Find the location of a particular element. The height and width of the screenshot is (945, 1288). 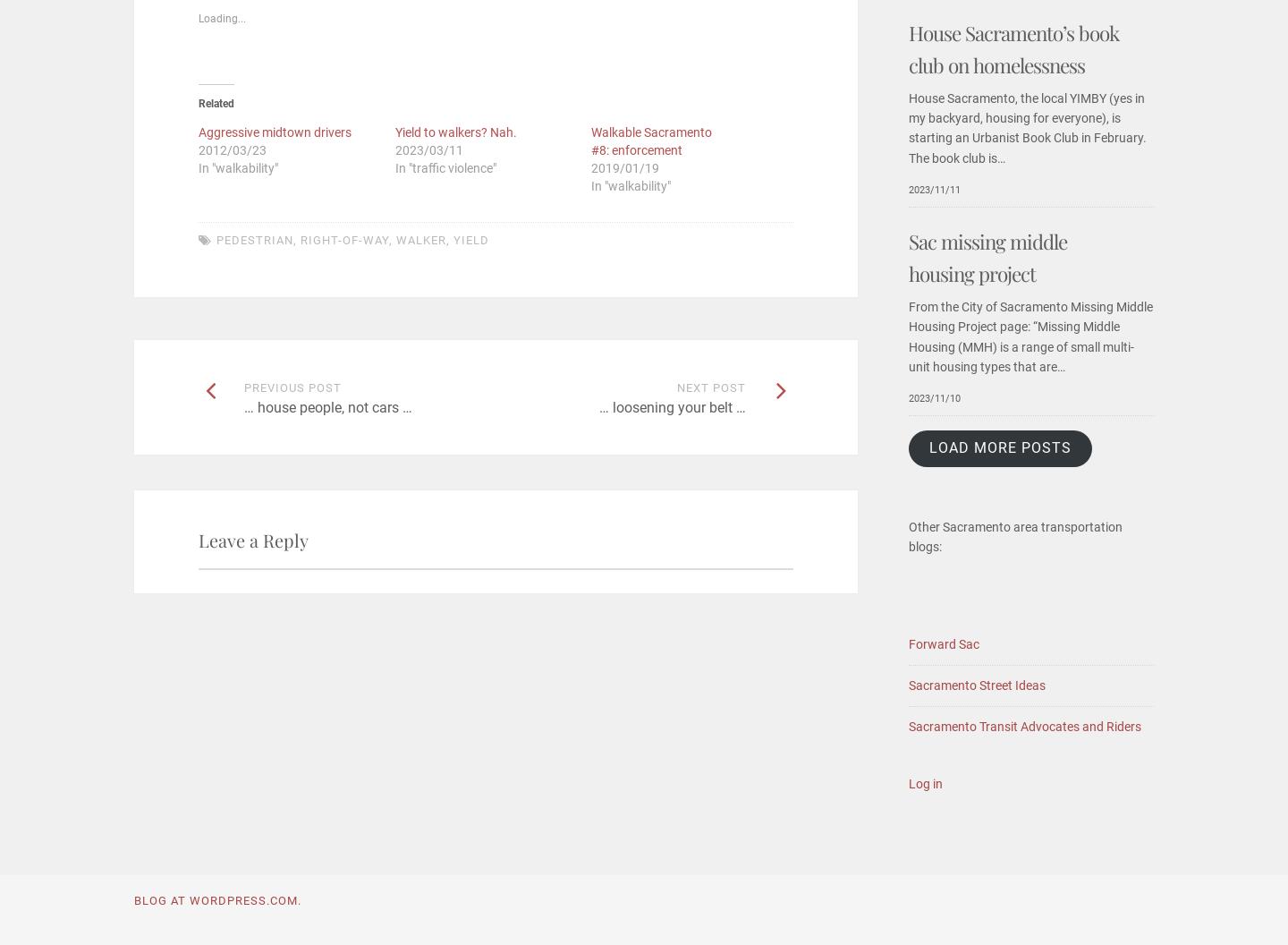

'Forward Sac' is located at coordinates (944, 643).